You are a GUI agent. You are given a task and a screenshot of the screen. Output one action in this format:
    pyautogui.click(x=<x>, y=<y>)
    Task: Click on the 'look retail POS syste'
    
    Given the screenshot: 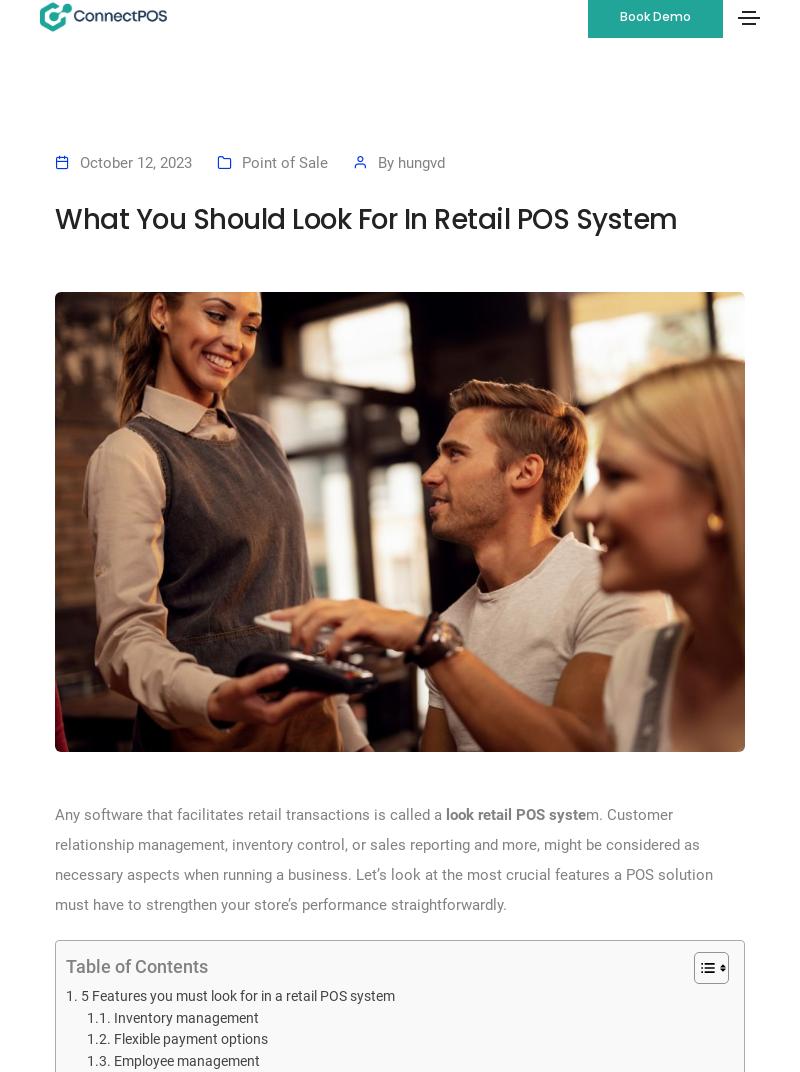 What is the action you would take?
    pyautogui.click(x=515, y=814)
    